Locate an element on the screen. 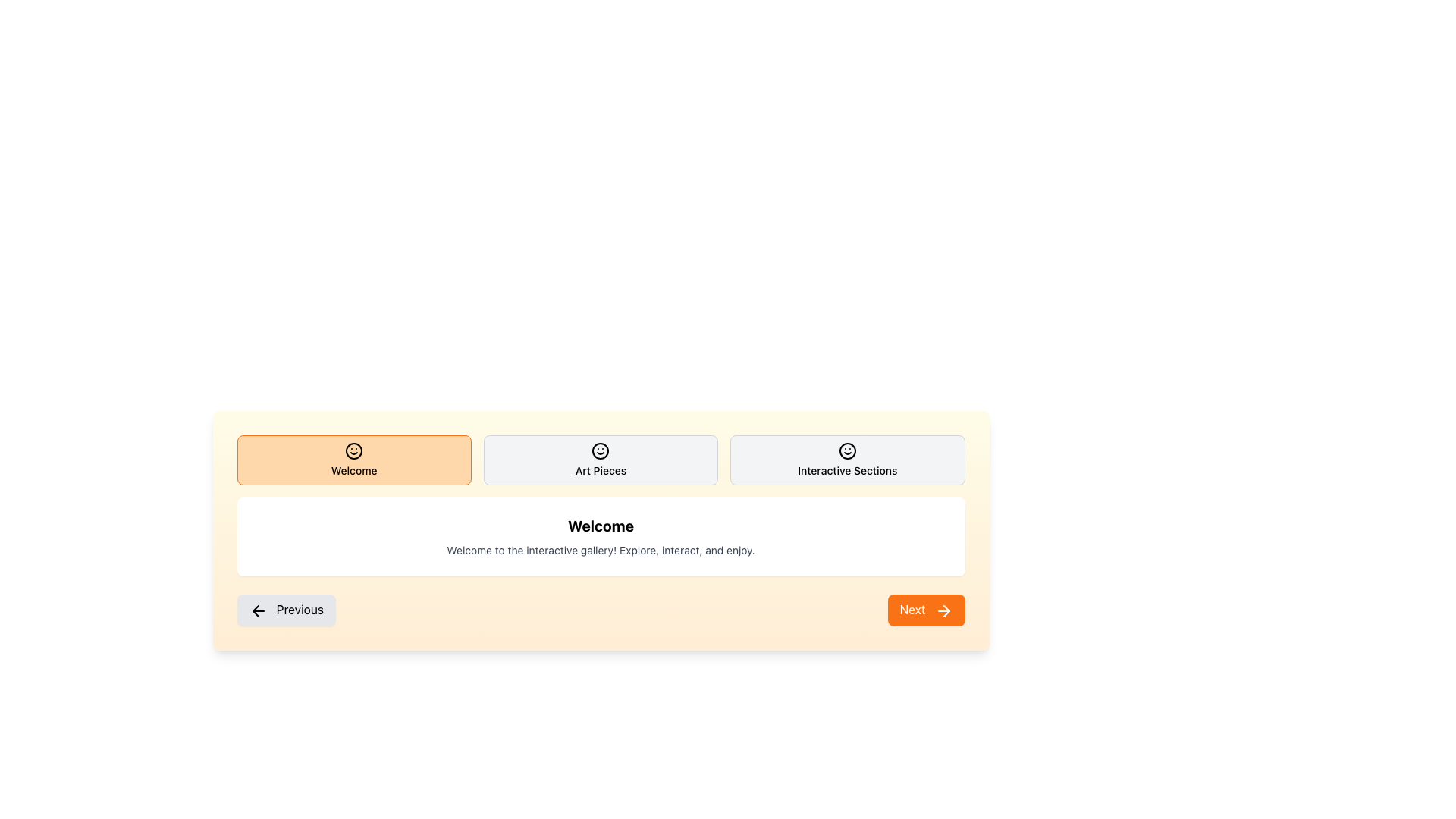  the informational label displaying 'Art Pieces', which is the second segment in a horizontal sequence of three, located centrally between 'Welcome' and 'Interactive Sections' is located at coordinates (600, 459).